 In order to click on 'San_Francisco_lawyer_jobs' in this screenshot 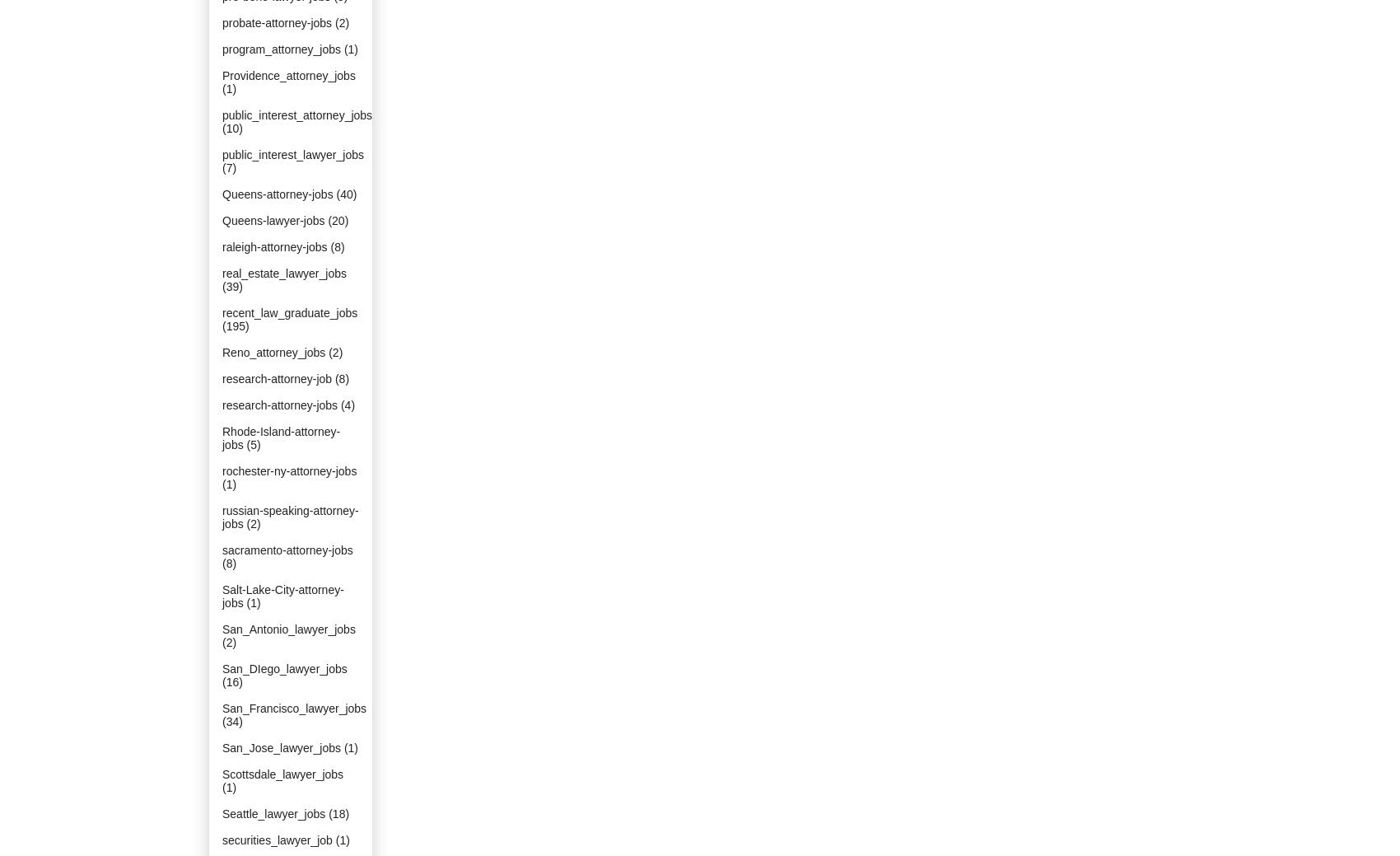, I will do `click(293, 707)`.